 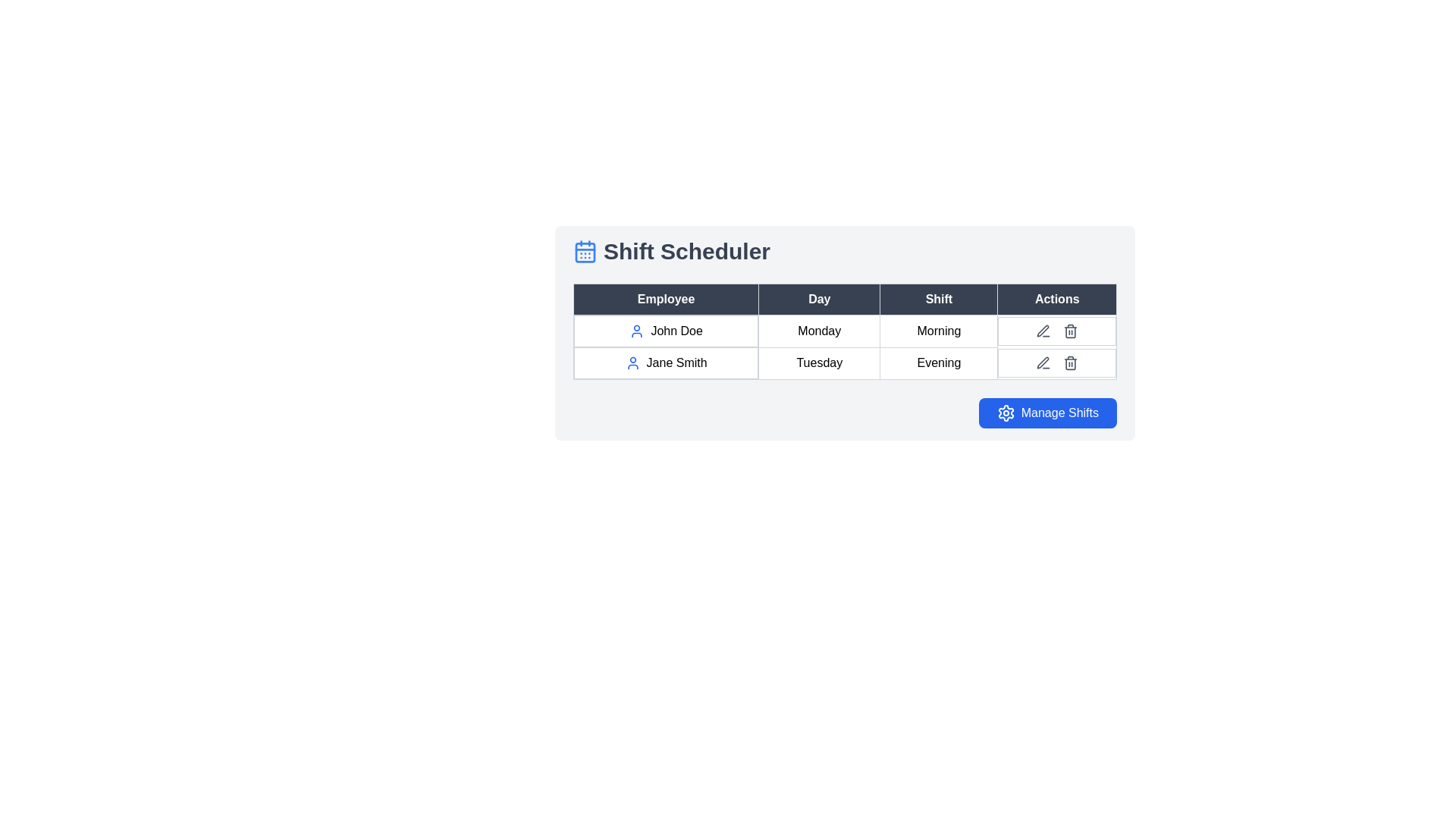 I want to click on the icon representing 'John Doe' located in the first row of the employee table, positioned to the left of the 'John Doe' text, so click(x=637, y=330).